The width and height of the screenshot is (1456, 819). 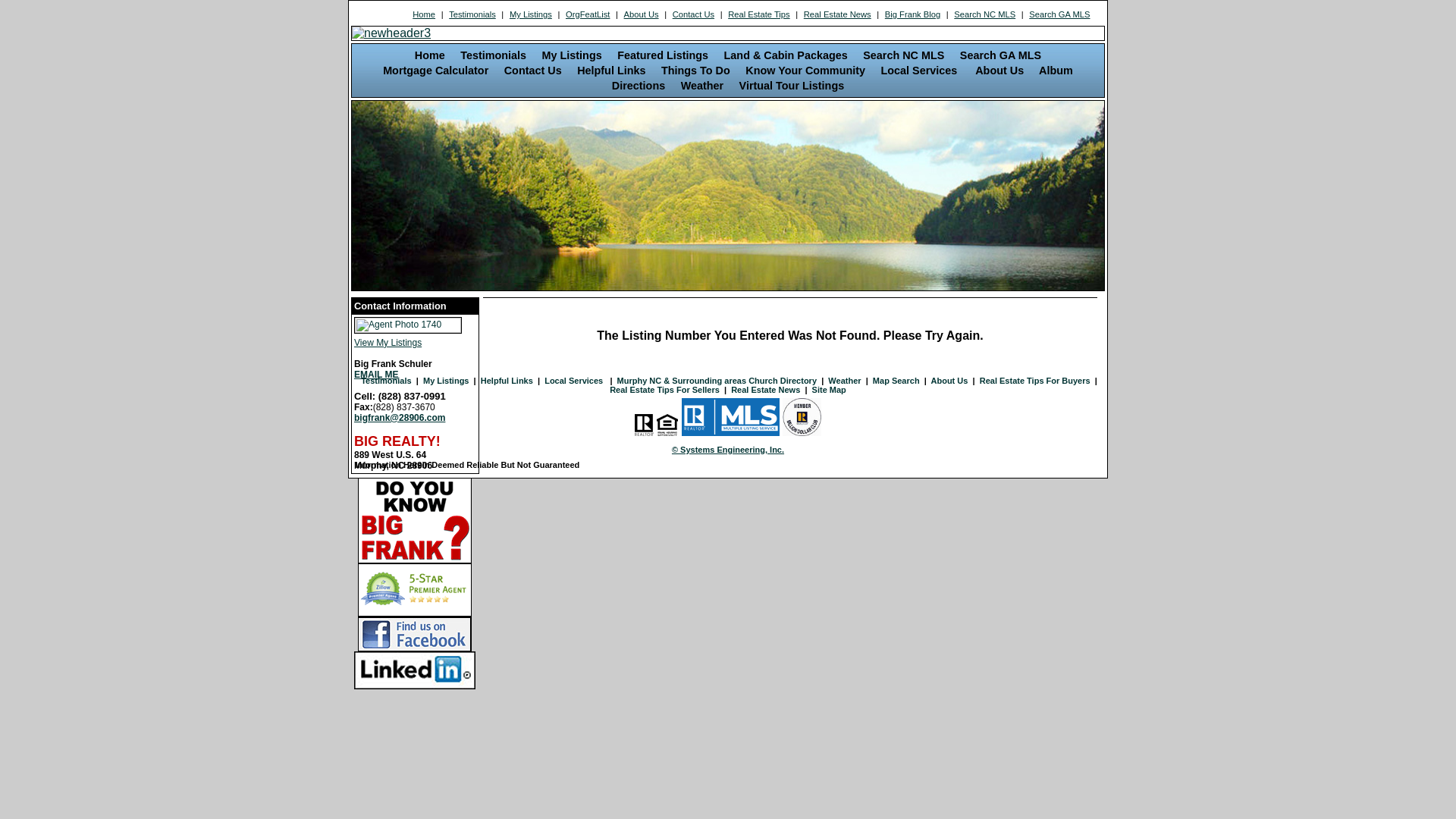 What do you see at coordinates (353, 418) in the screenshot?
I see `'bigfrank@28906.com'` at bounding box center [353, 418].